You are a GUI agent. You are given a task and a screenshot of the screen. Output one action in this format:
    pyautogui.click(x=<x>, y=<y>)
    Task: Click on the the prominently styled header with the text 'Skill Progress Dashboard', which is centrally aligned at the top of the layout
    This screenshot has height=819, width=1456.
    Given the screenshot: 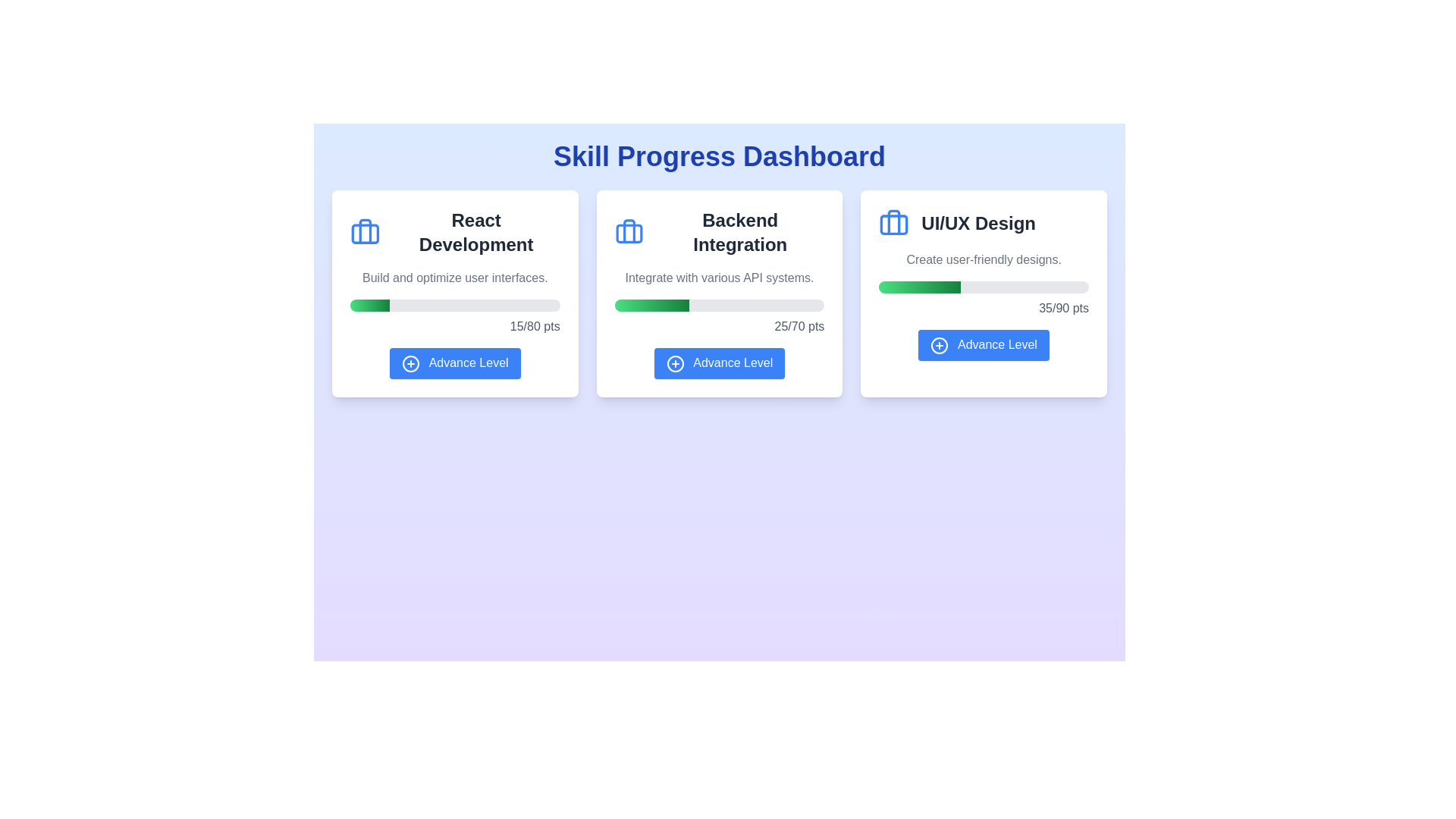 What is the action you would take?
    pyautogui.click(x=719, y=157)
    